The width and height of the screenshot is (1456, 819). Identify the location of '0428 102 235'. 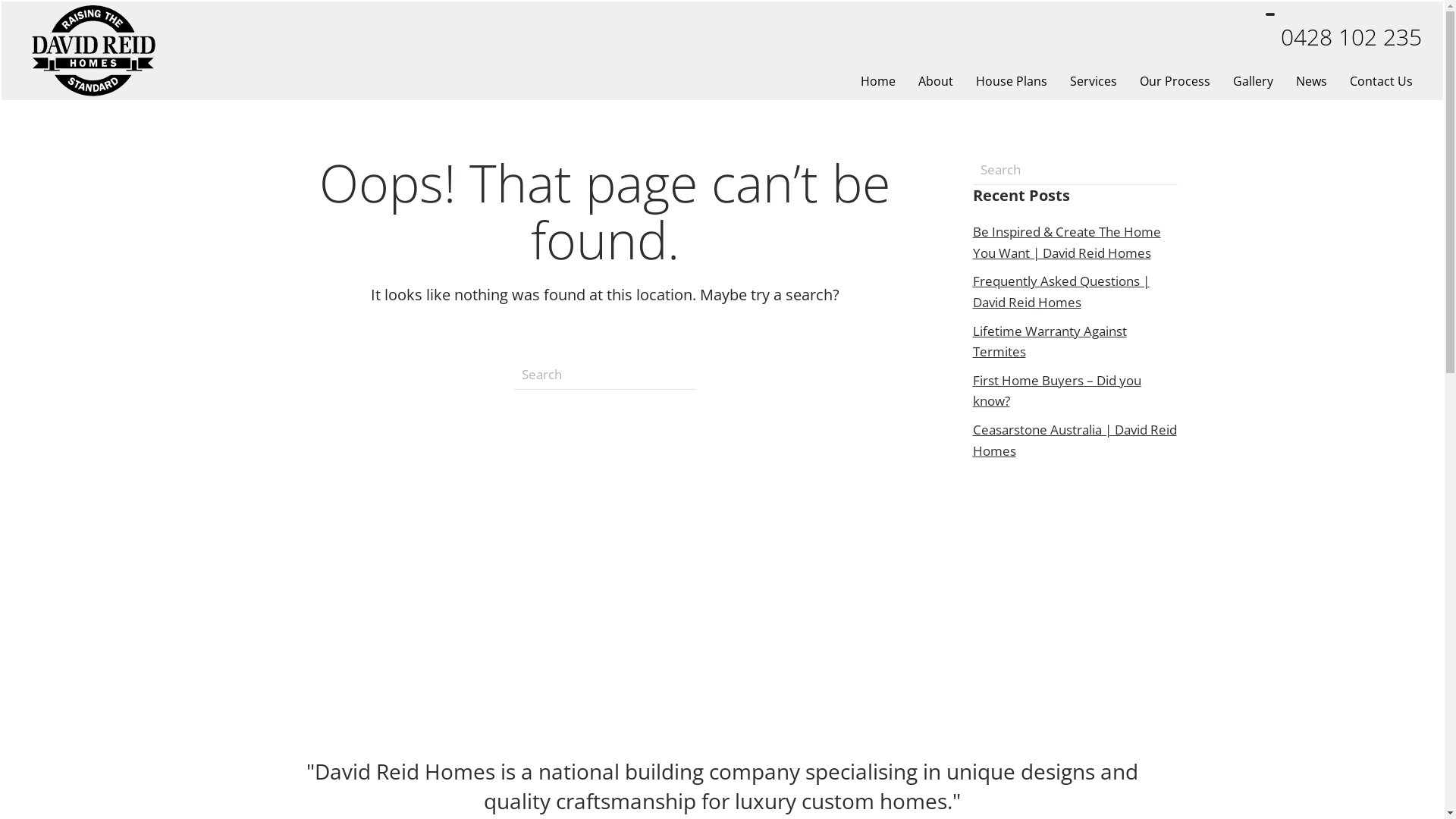
(1351, 36).